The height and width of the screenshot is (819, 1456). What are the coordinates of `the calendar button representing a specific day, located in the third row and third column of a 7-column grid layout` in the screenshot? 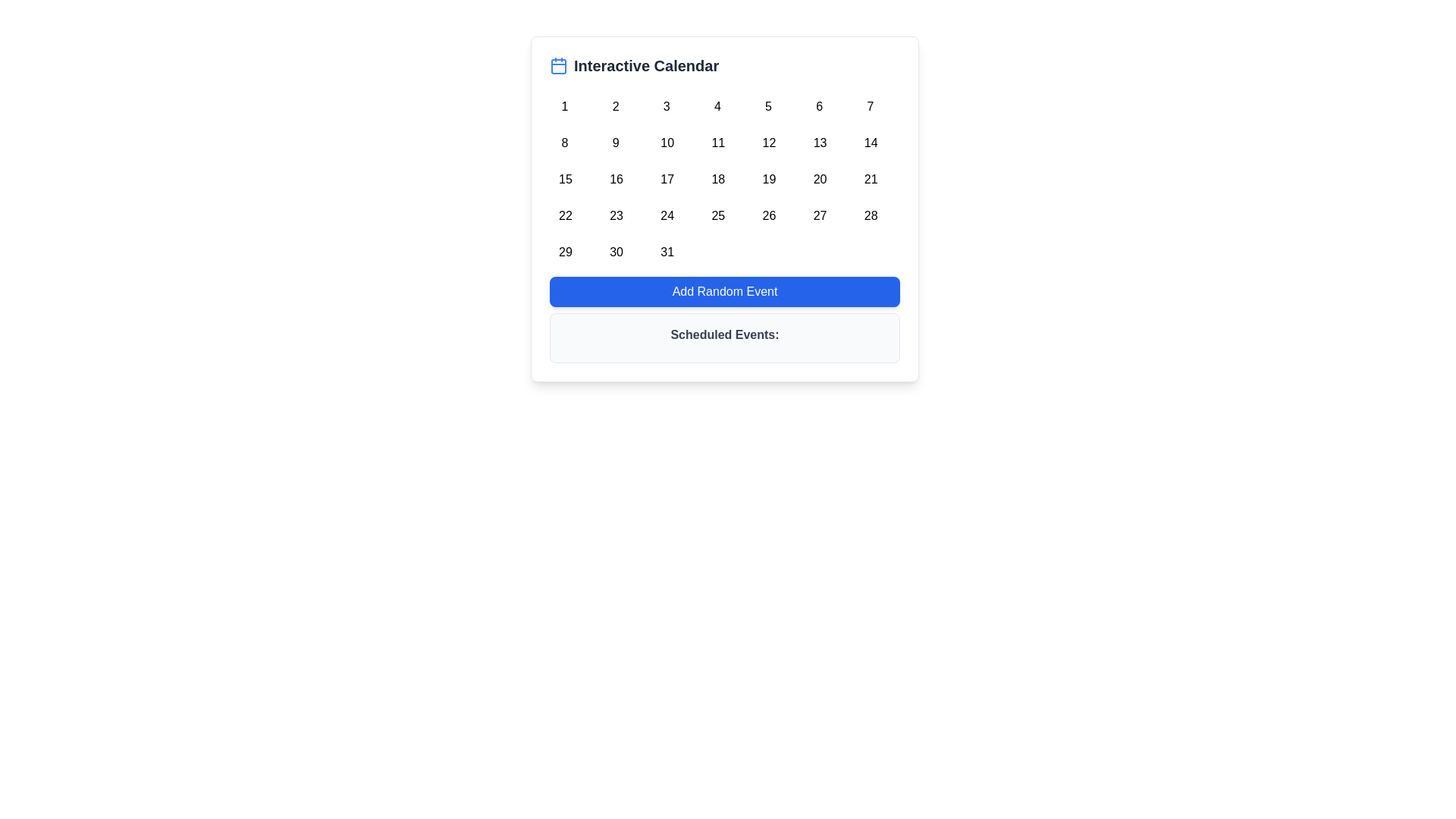 It's located at (667, 175).